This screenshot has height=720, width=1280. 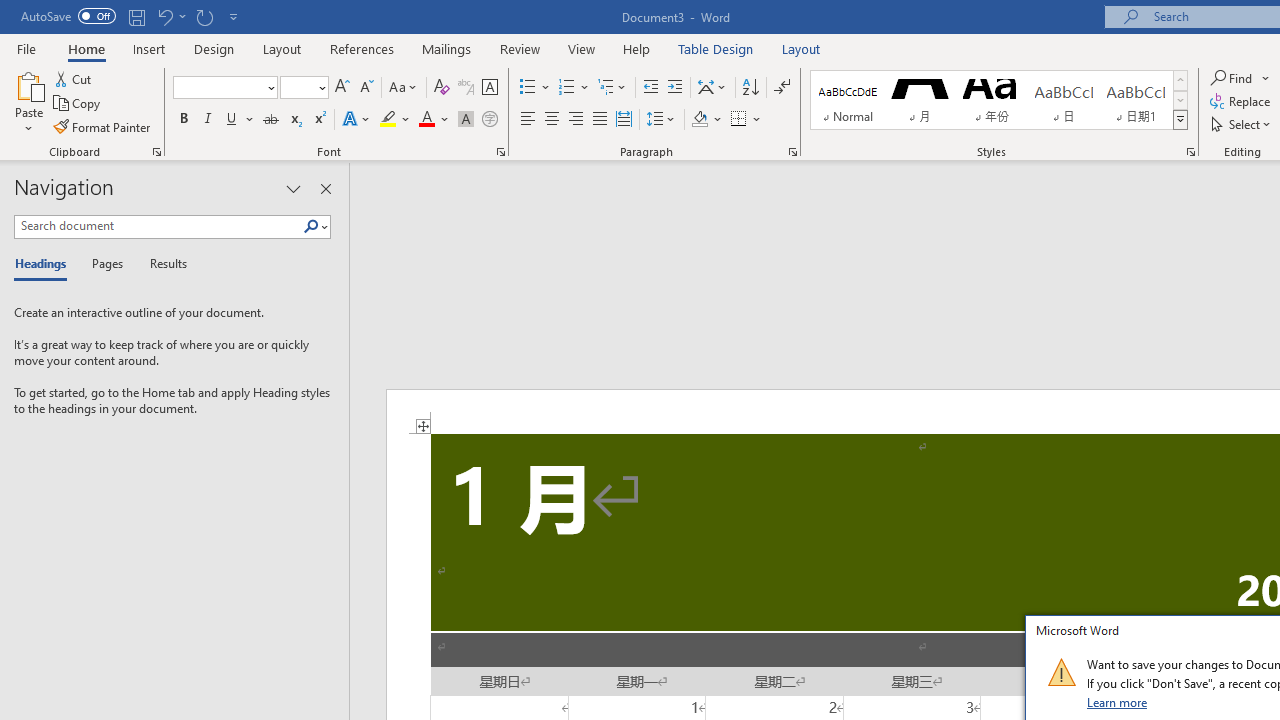 What do you see at coordinates (170, 16) in the screenshot?
I see `'Undo Text Fill Effect'` at bounding box center [170, 16].